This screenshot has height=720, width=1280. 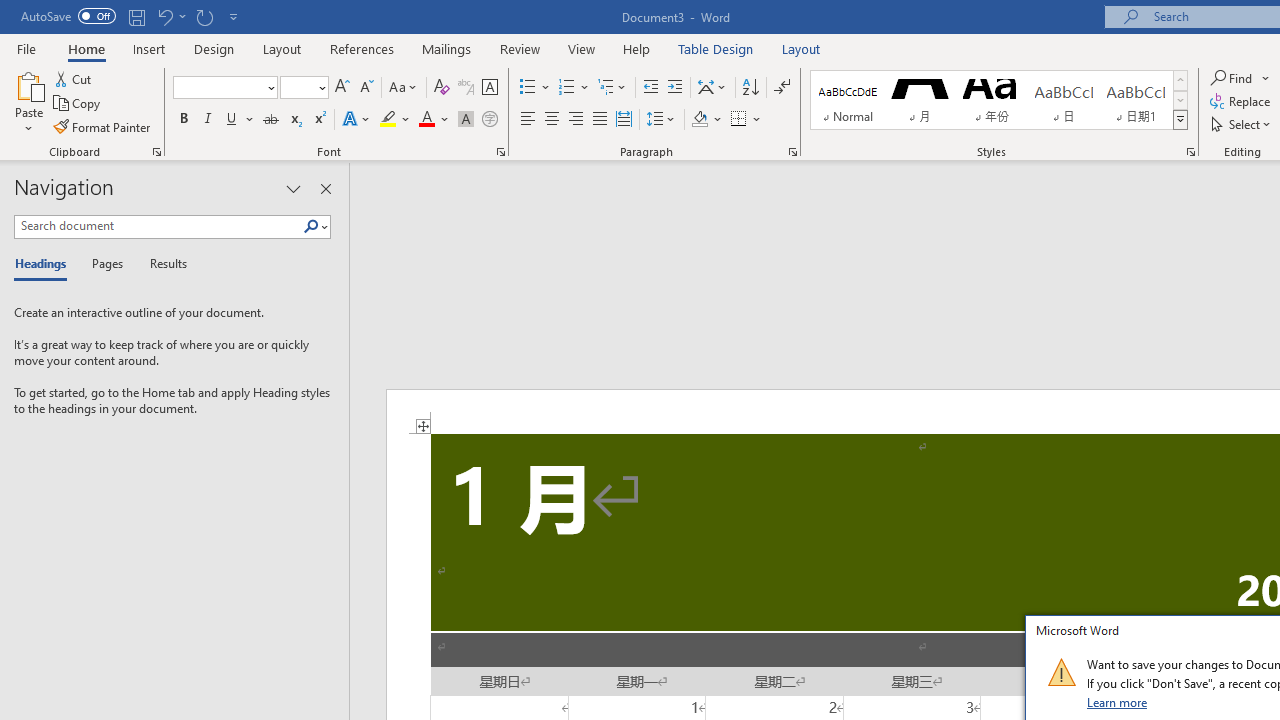 What do you see at coordinates (170, 16) in the screenshot?
I see `'Undo Text Fill Effect'` at bounding box center [170, 16].